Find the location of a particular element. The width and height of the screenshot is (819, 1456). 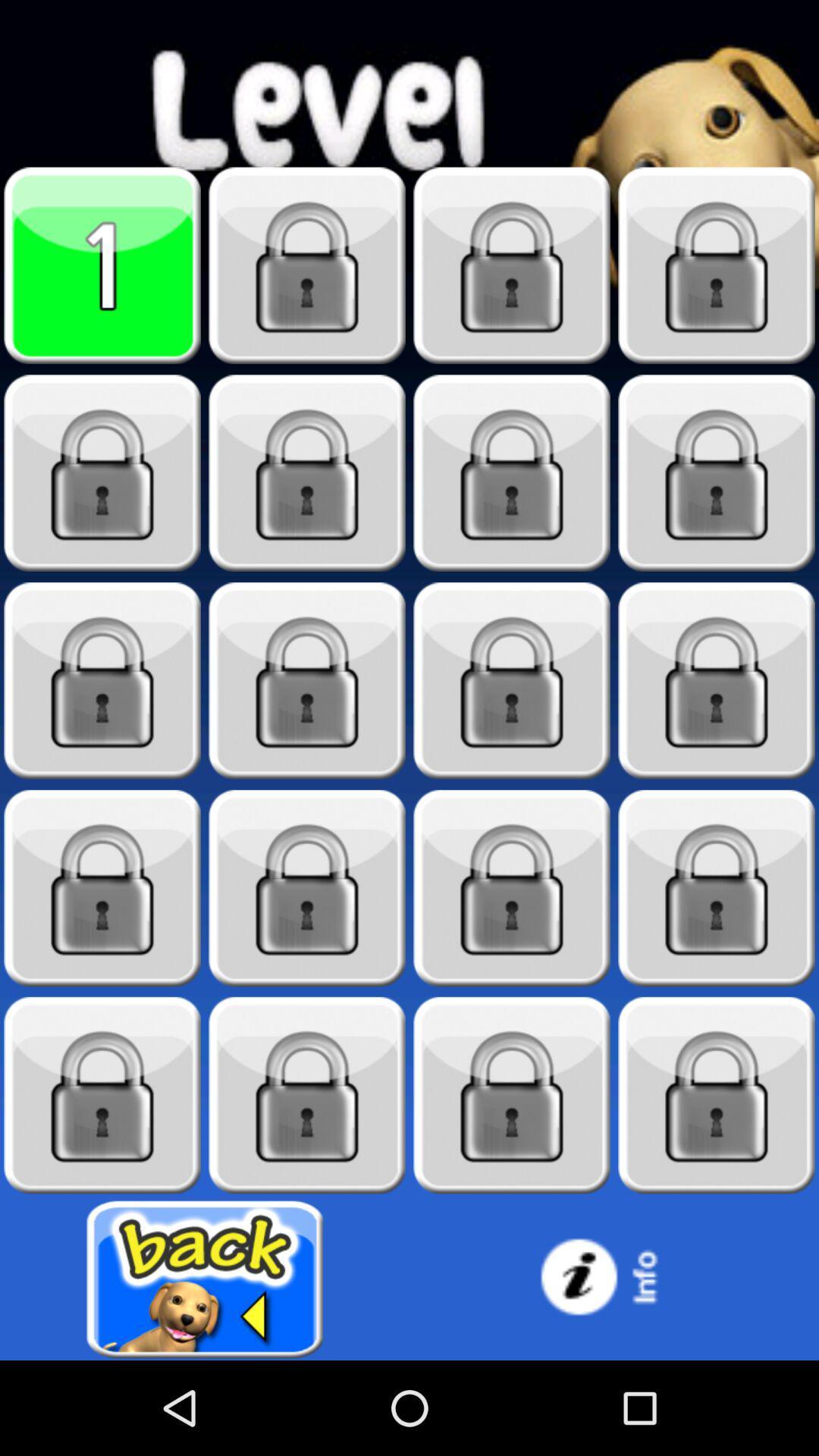

level locked icon is located at coordinates (102, 680).